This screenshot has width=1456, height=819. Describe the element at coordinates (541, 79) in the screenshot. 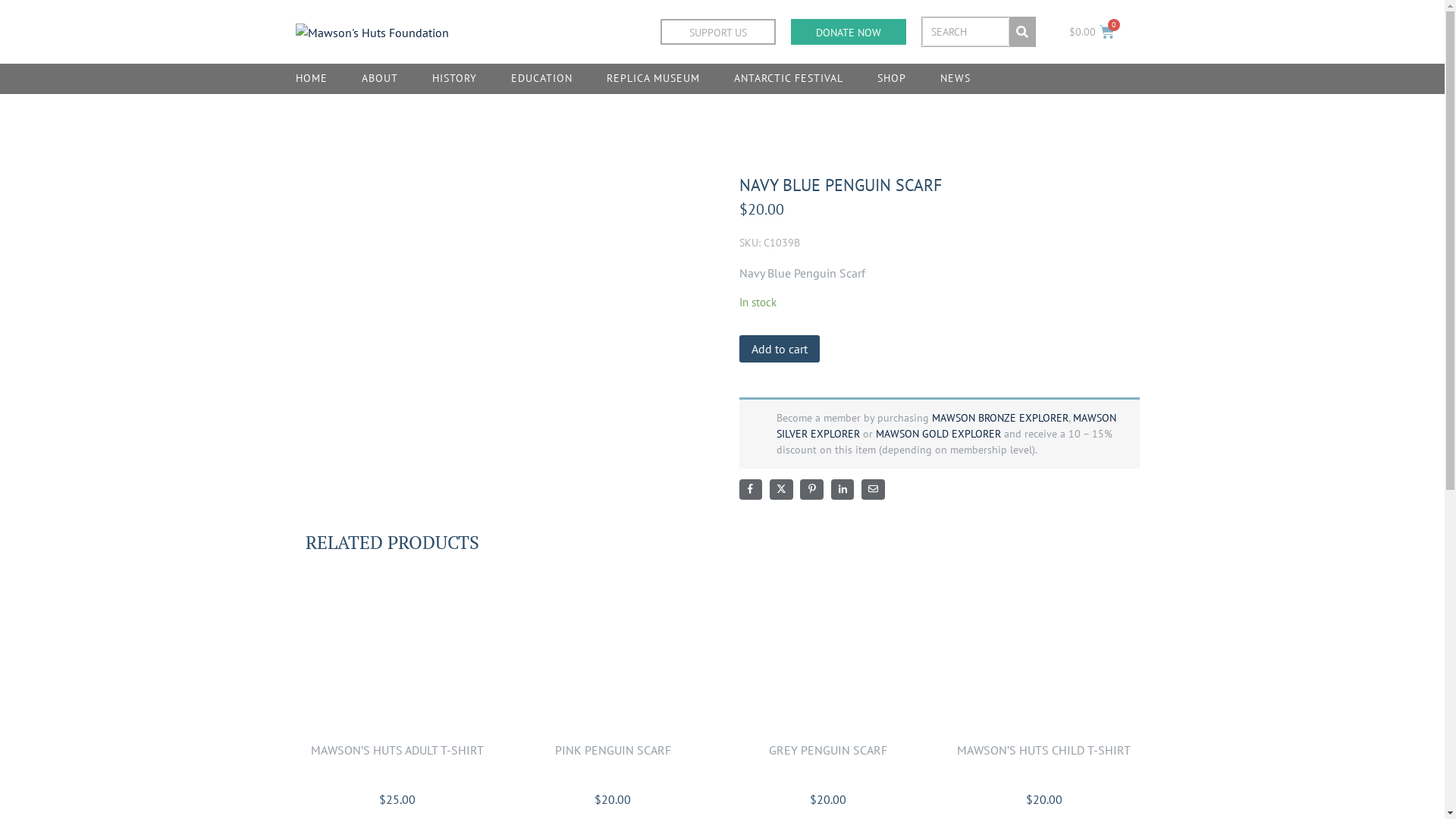

I see `'EDUCATION'` at that location.